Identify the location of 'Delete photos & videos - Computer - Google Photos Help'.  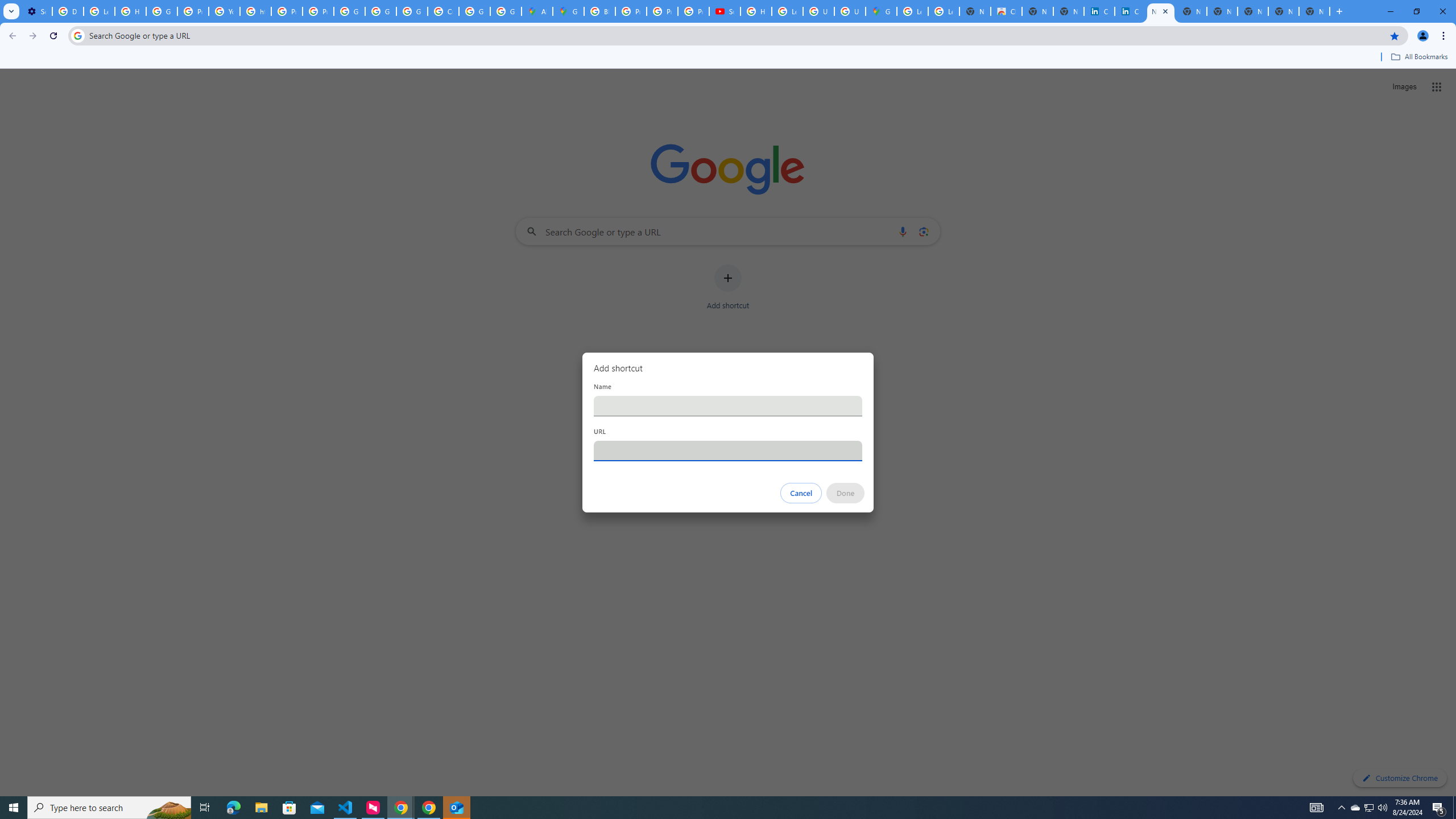
(67, 11).